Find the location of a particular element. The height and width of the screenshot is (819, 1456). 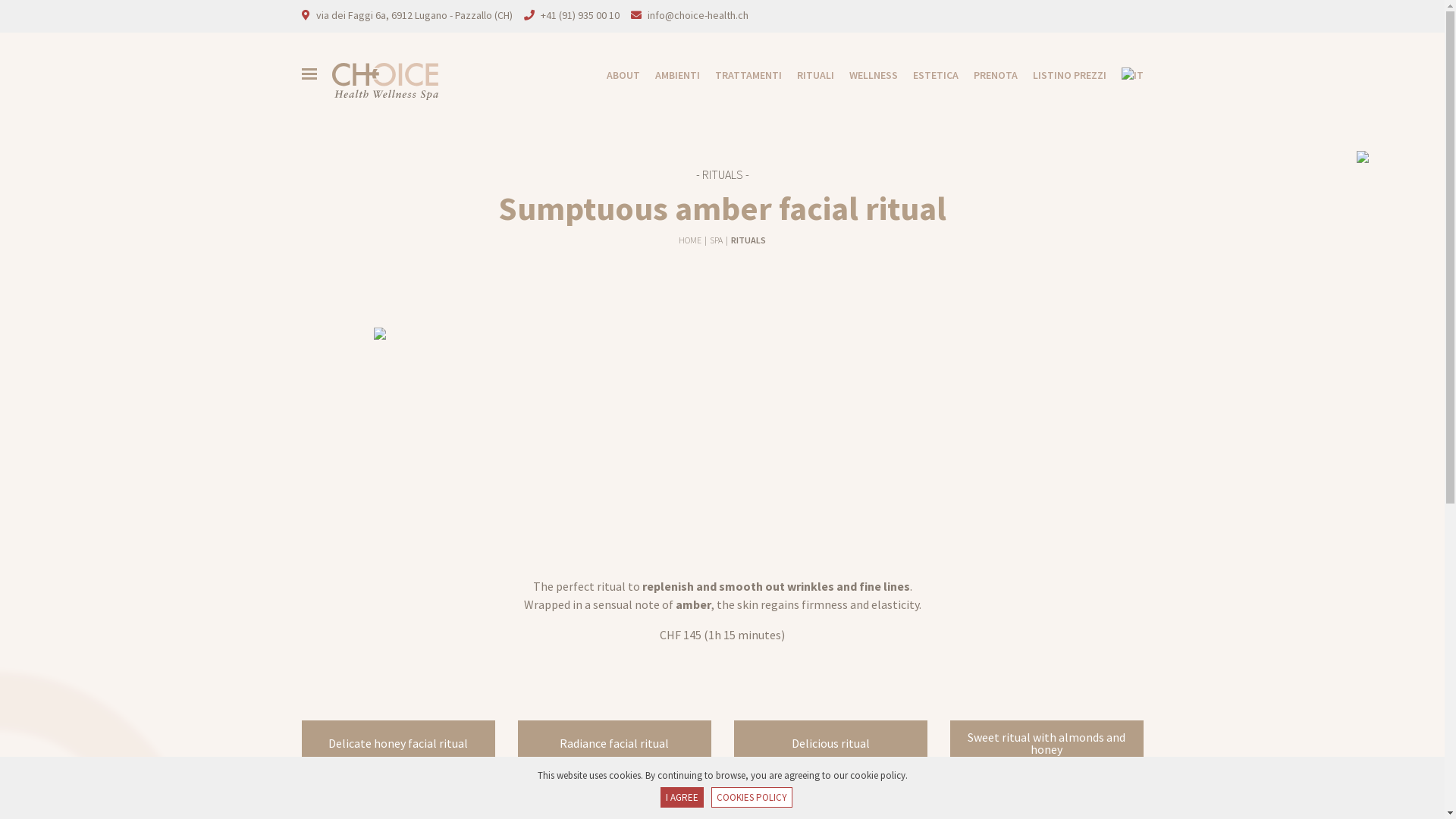

'SPA' is located at coordinates (716, 239).